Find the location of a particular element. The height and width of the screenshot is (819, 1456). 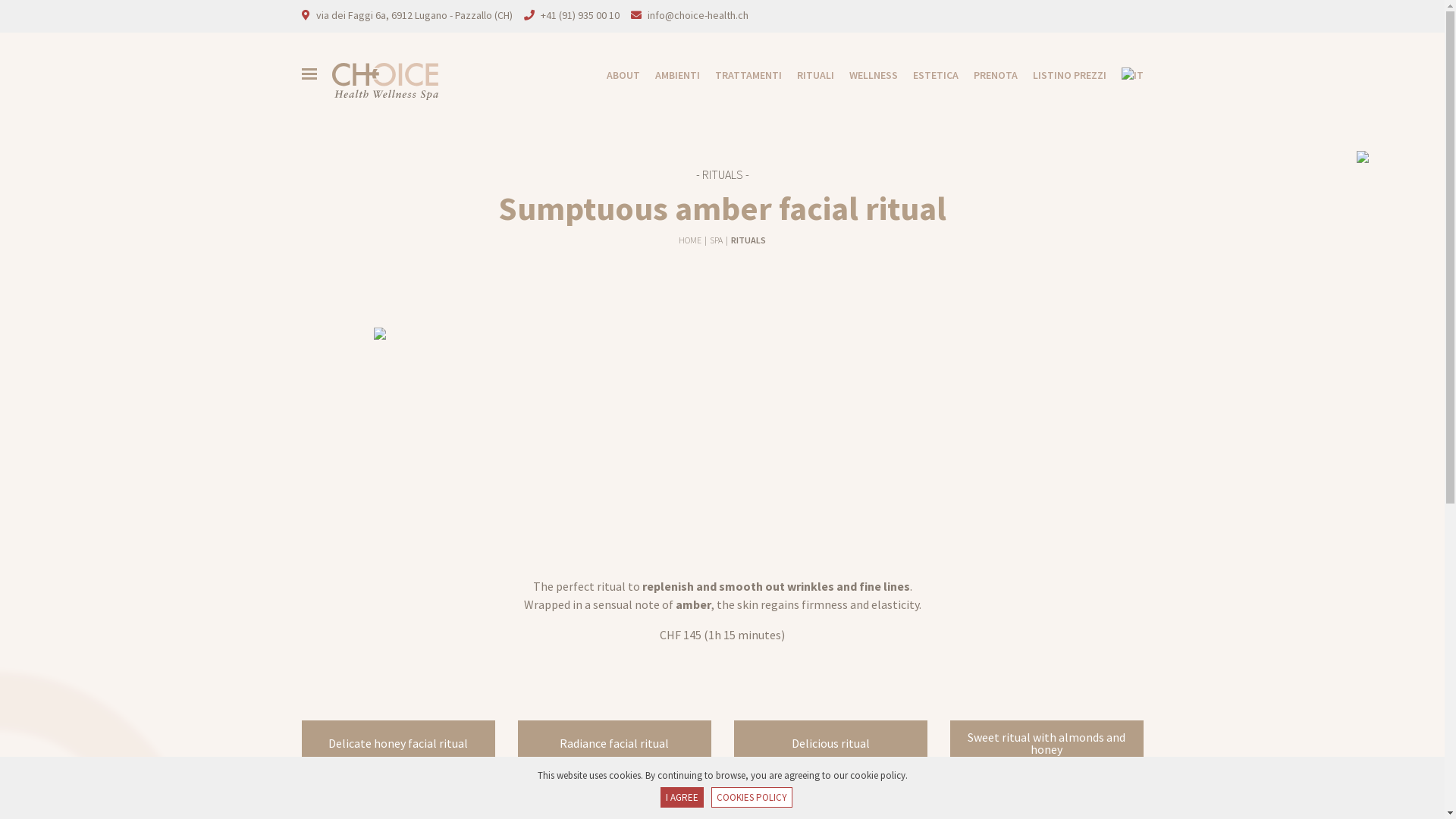

'SPA' is located at coordinates (716, 239).